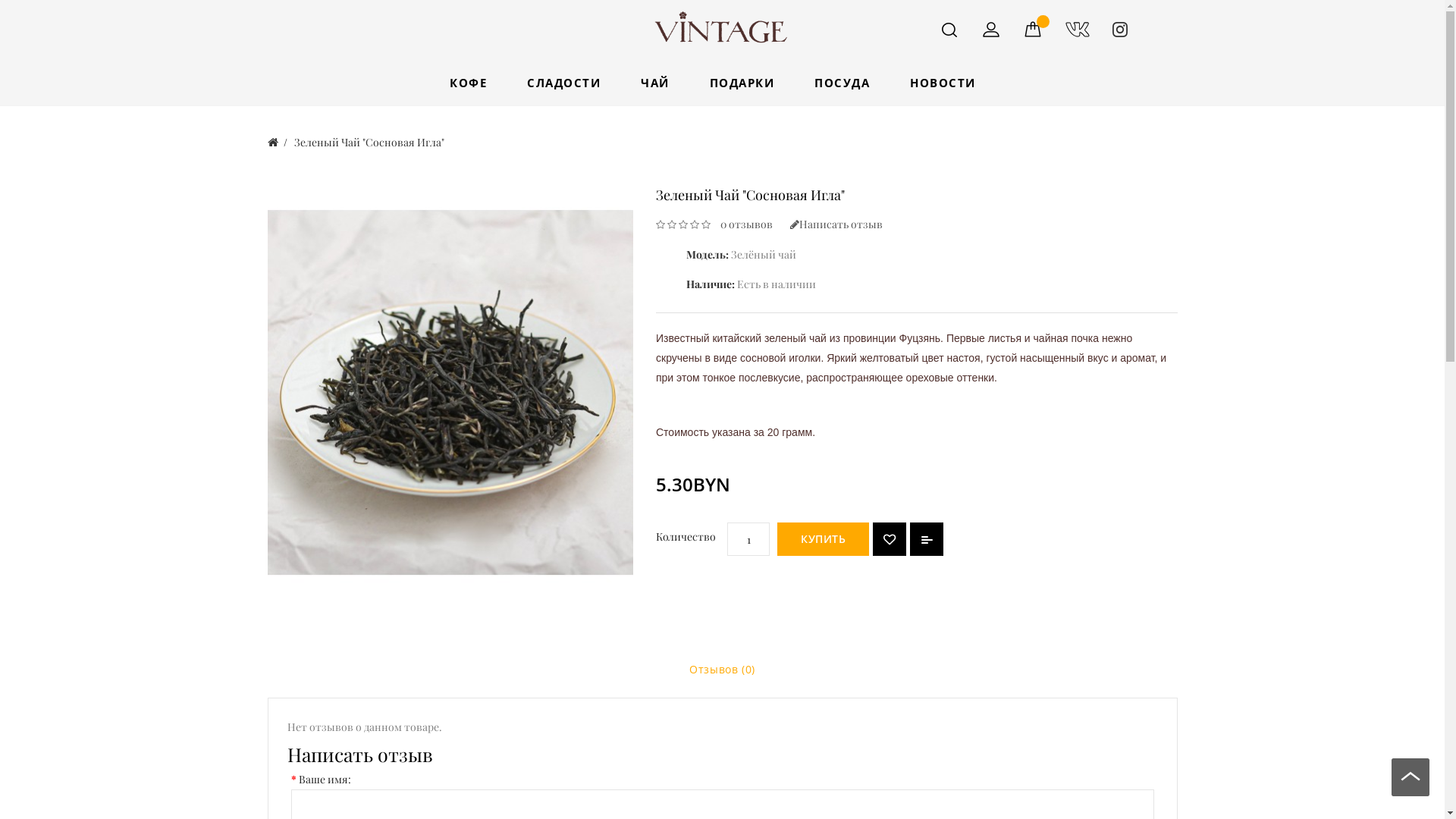 The width and height of the screenshot is (1456, 819). I want to click on 'TOP', so click(1410, 780).